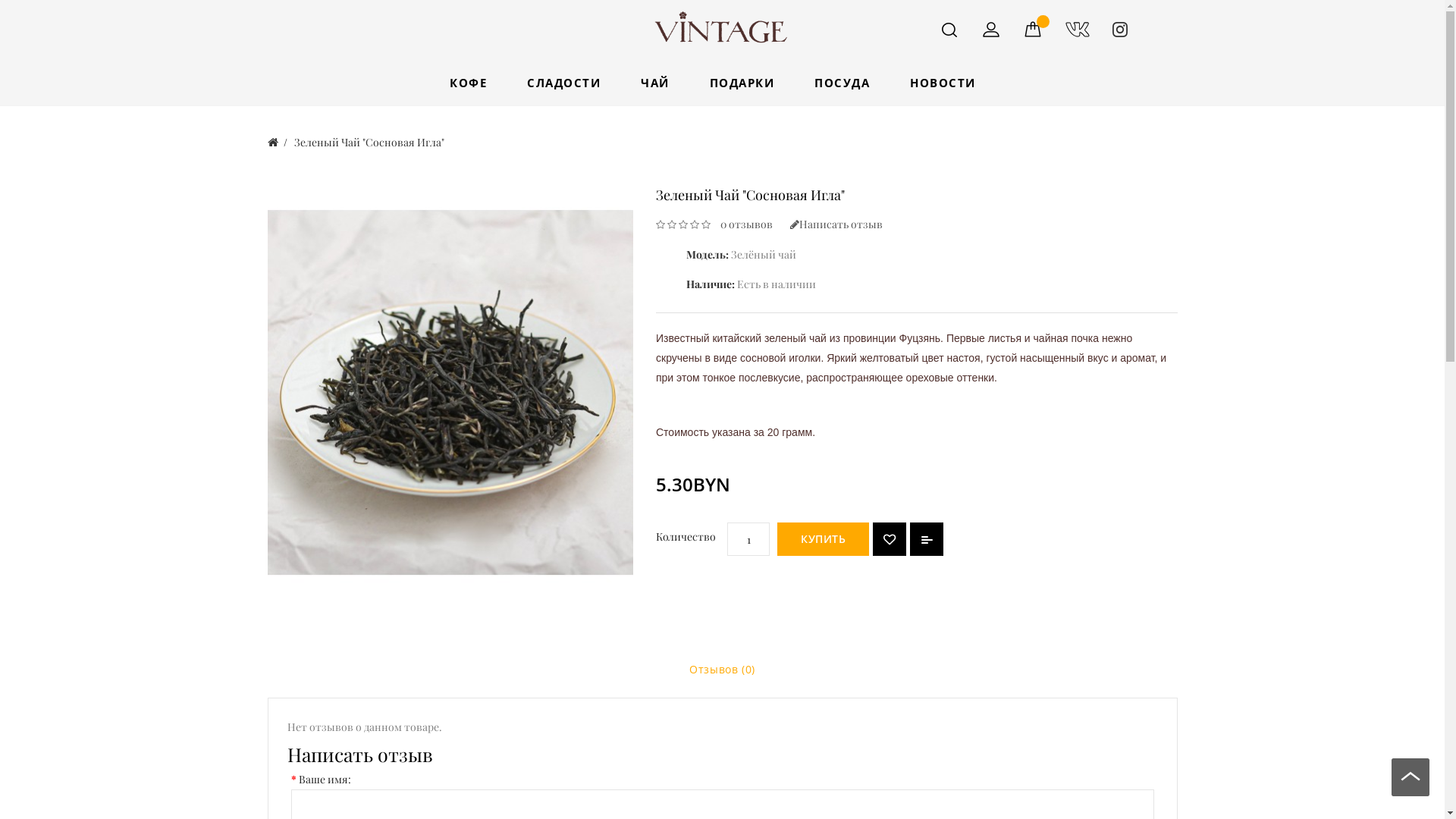 The width and height of the screenshot is (1456, 819). I want to click on 'TOP', so click(1410, 780).